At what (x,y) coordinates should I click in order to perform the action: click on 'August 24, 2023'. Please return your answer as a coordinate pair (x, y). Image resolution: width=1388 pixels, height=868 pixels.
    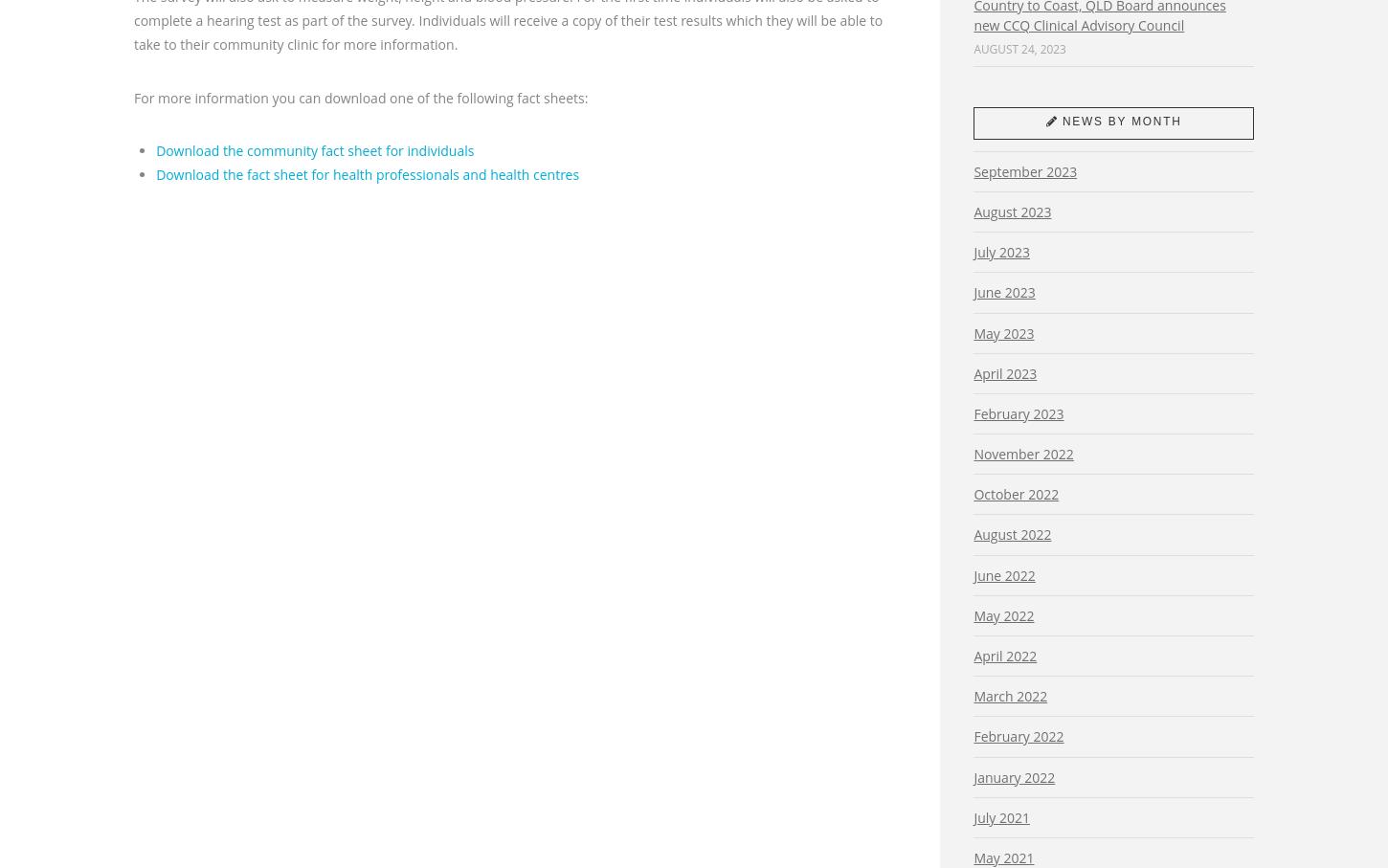
    Looking at the image, I should click on (1019, 47).